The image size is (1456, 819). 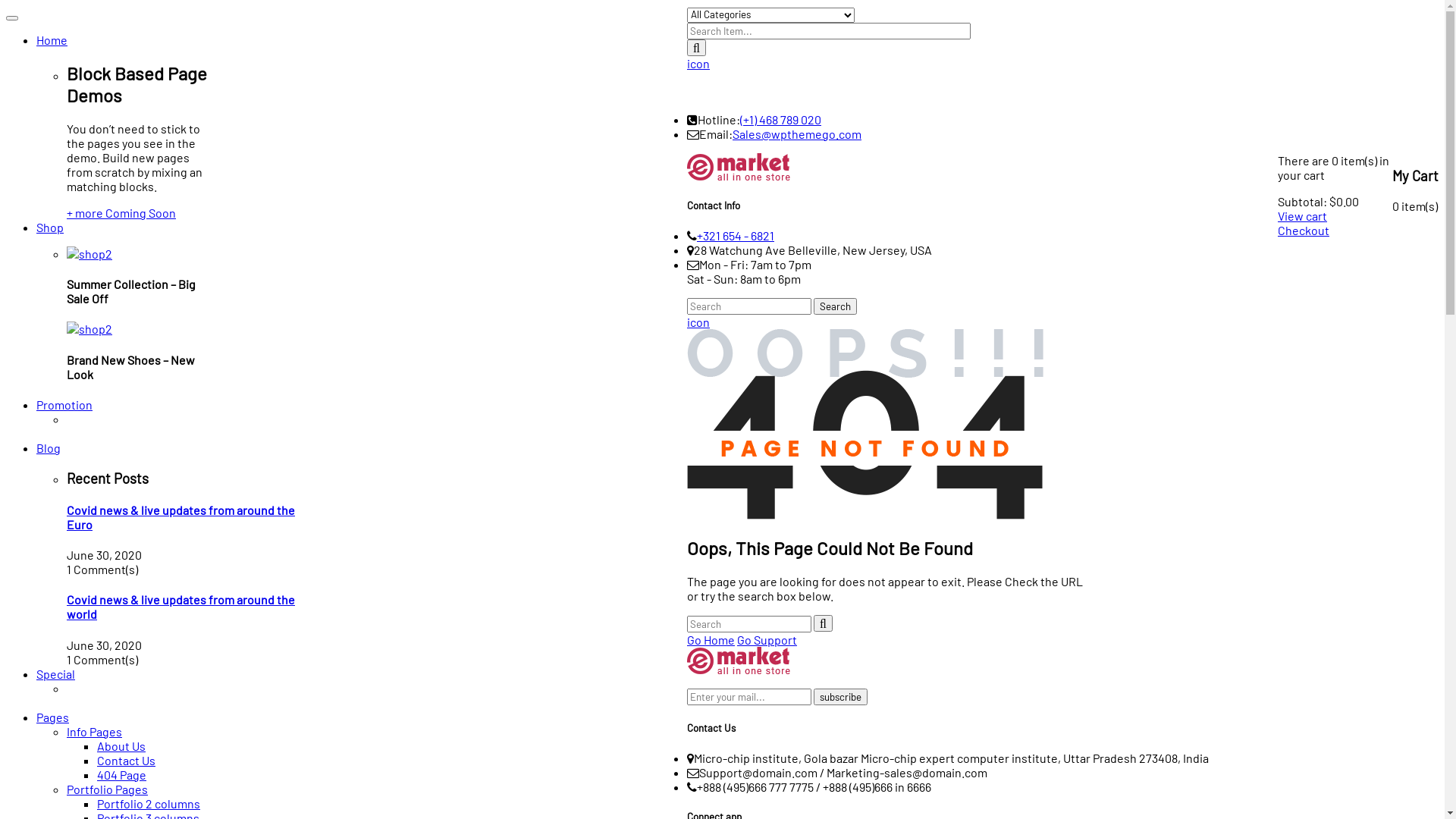 What do you see at coordinates (710, 639) in the screenshot?
I see `'Go Home'` at bounding box center [710, 639].